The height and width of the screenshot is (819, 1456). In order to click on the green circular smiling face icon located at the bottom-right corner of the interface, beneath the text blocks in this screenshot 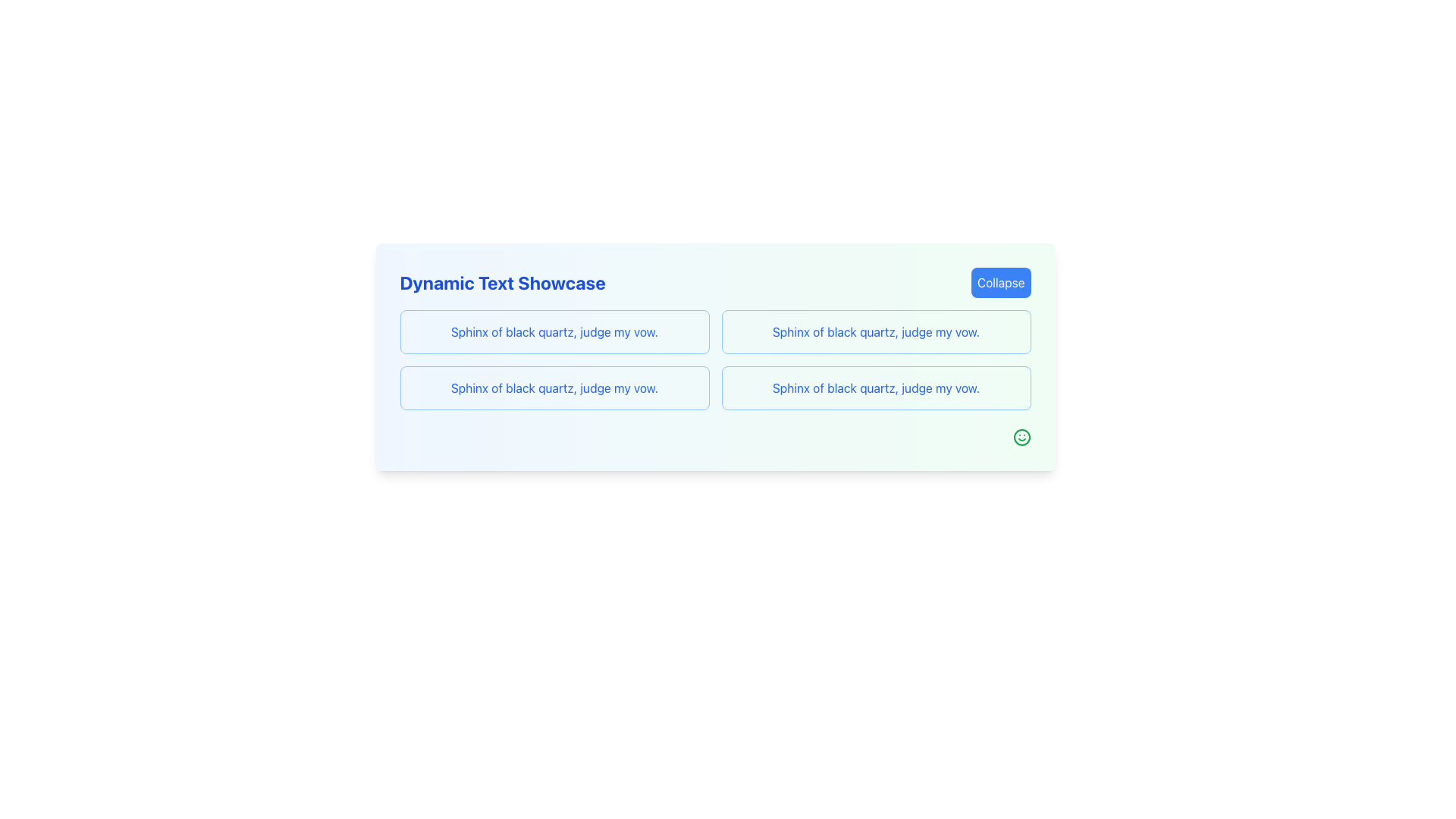, I will do `click(1021, 438)`.